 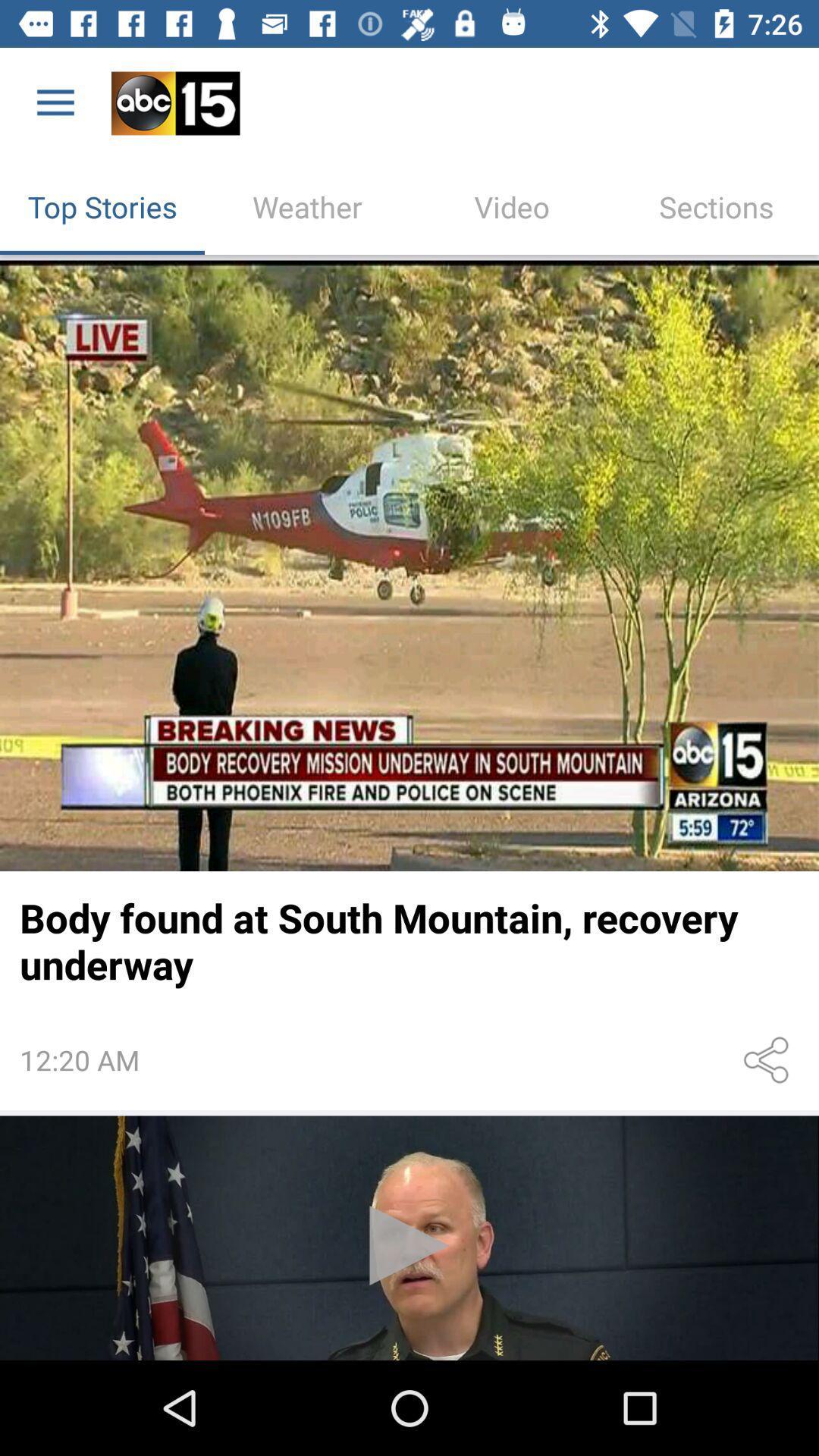 I want to click on share option, so click(x=769, y=1059).